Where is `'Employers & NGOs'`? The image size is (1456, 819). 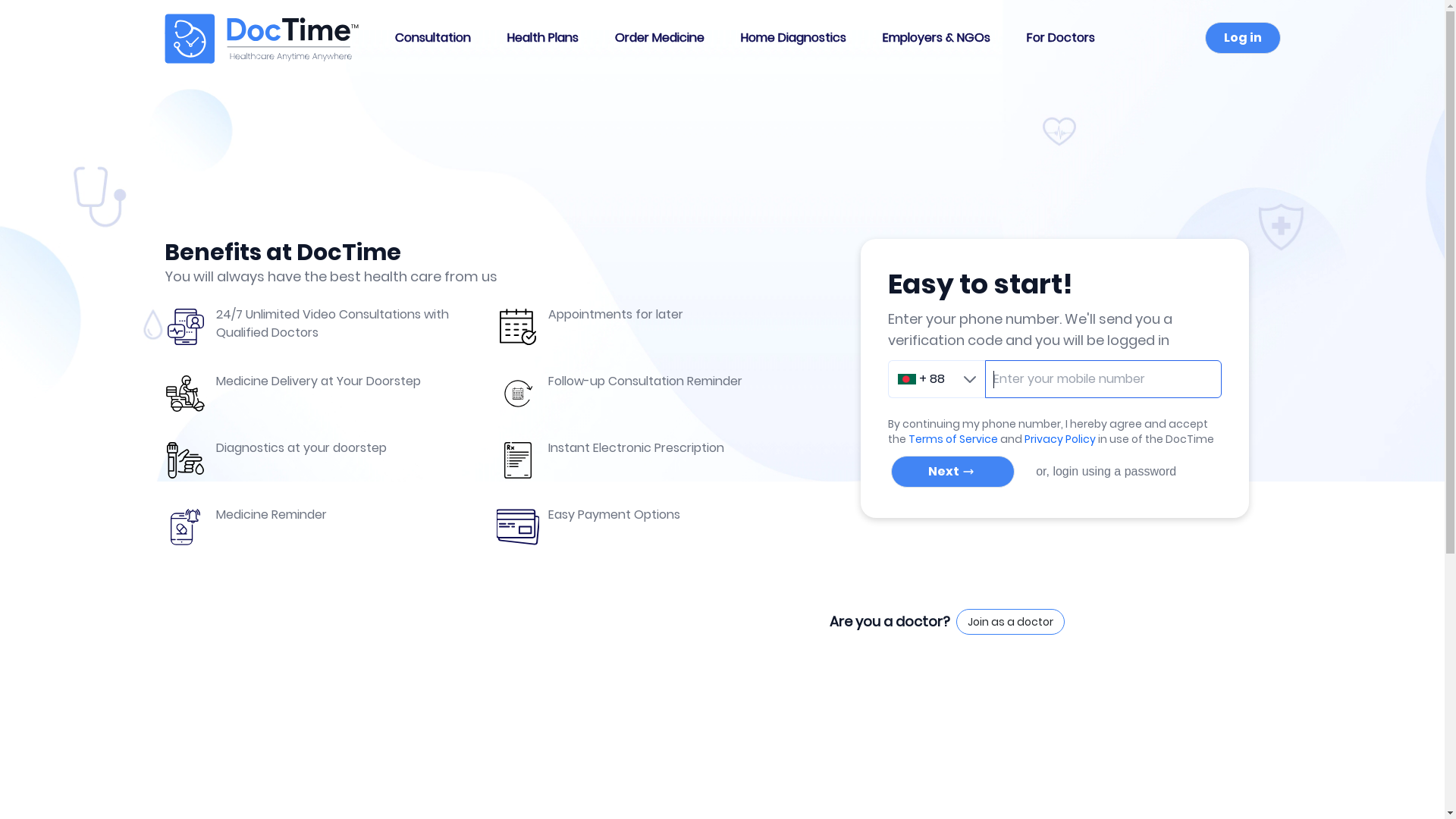
'Employers & NGOs' is located at coordinates (935, 37).